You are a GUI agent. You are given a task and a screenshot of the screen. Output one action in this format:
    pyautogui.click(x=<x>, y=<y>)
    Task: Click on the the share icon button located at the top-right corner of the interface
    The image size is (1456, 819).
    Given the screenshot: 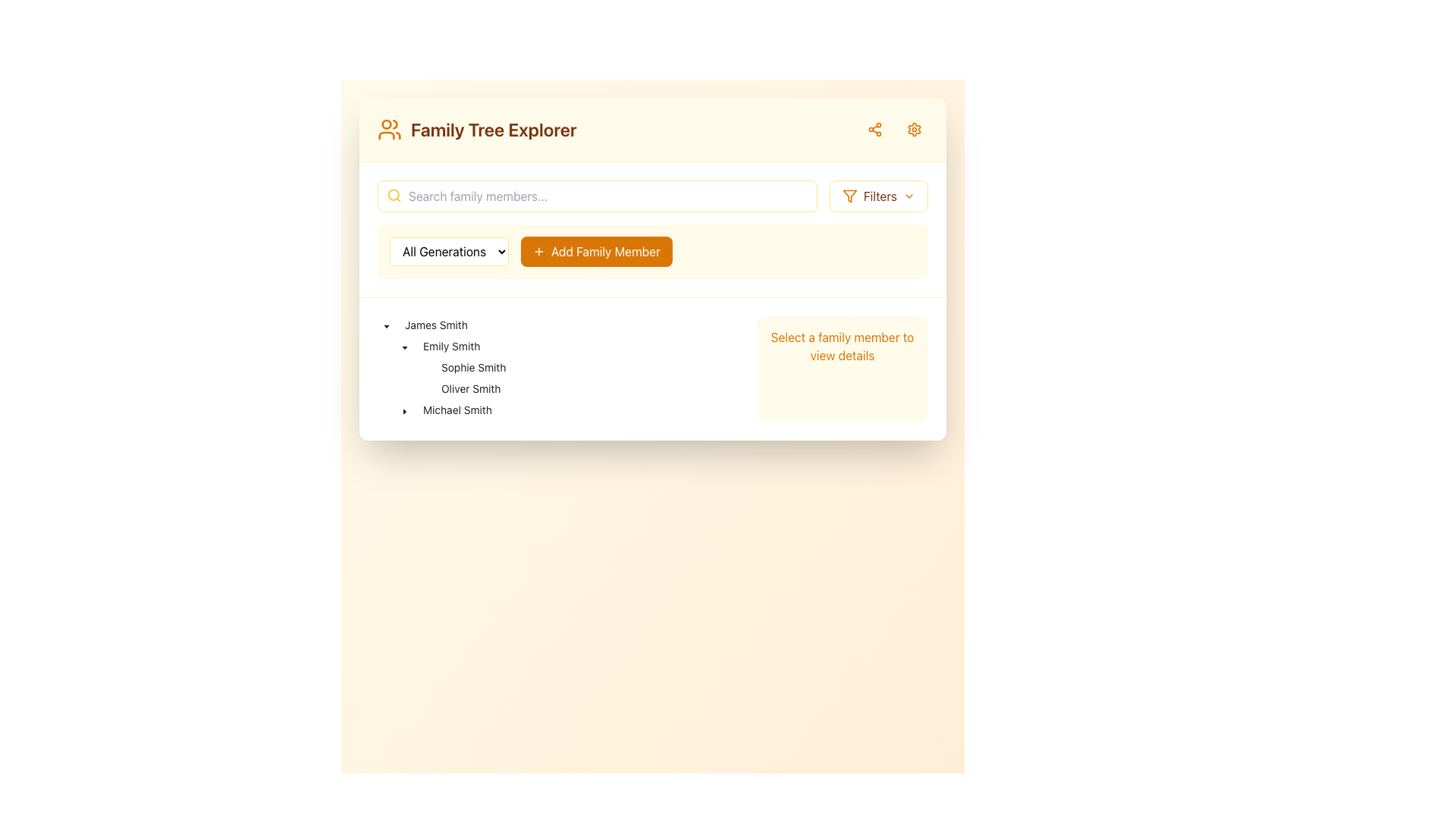 What is the action you would take?
    pyautogui.click(x=874, y=128)
    